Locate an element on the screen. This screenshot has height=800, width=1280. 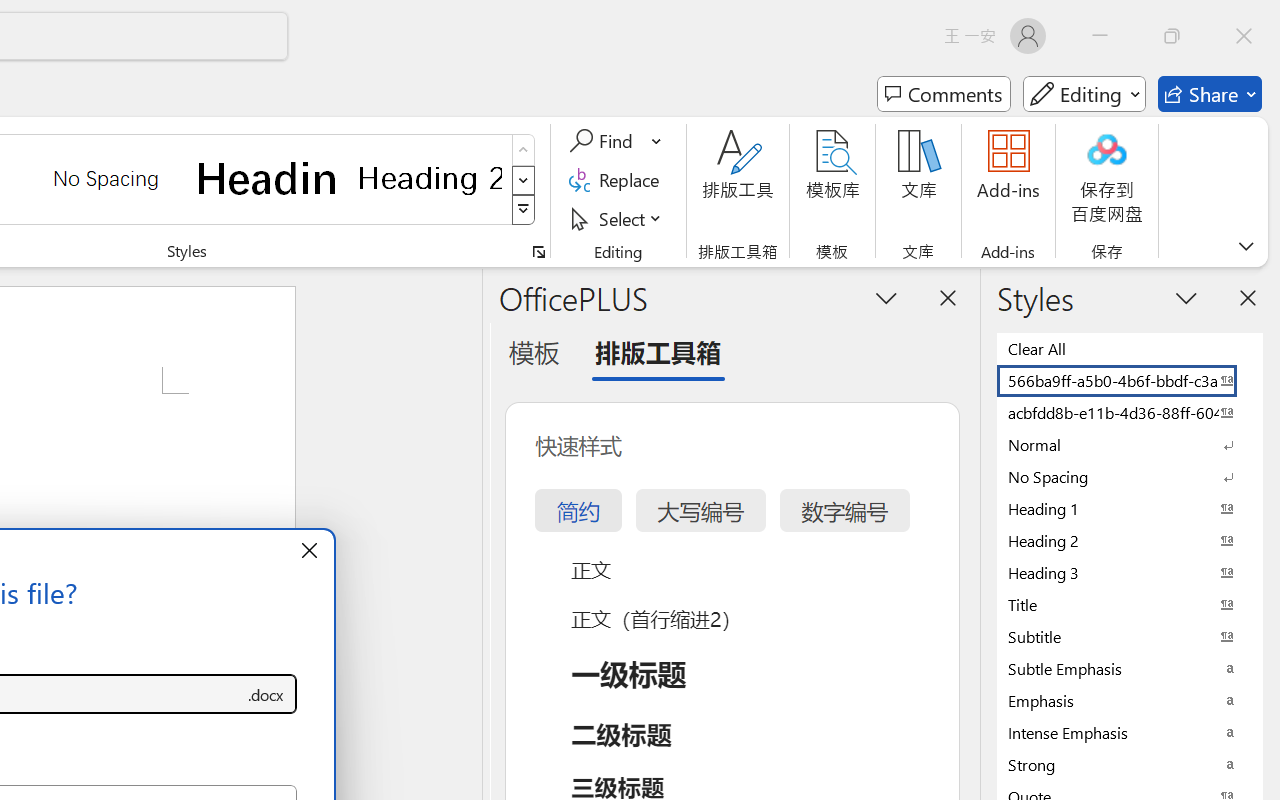
'Close' is located at coordinates (1243, 35).